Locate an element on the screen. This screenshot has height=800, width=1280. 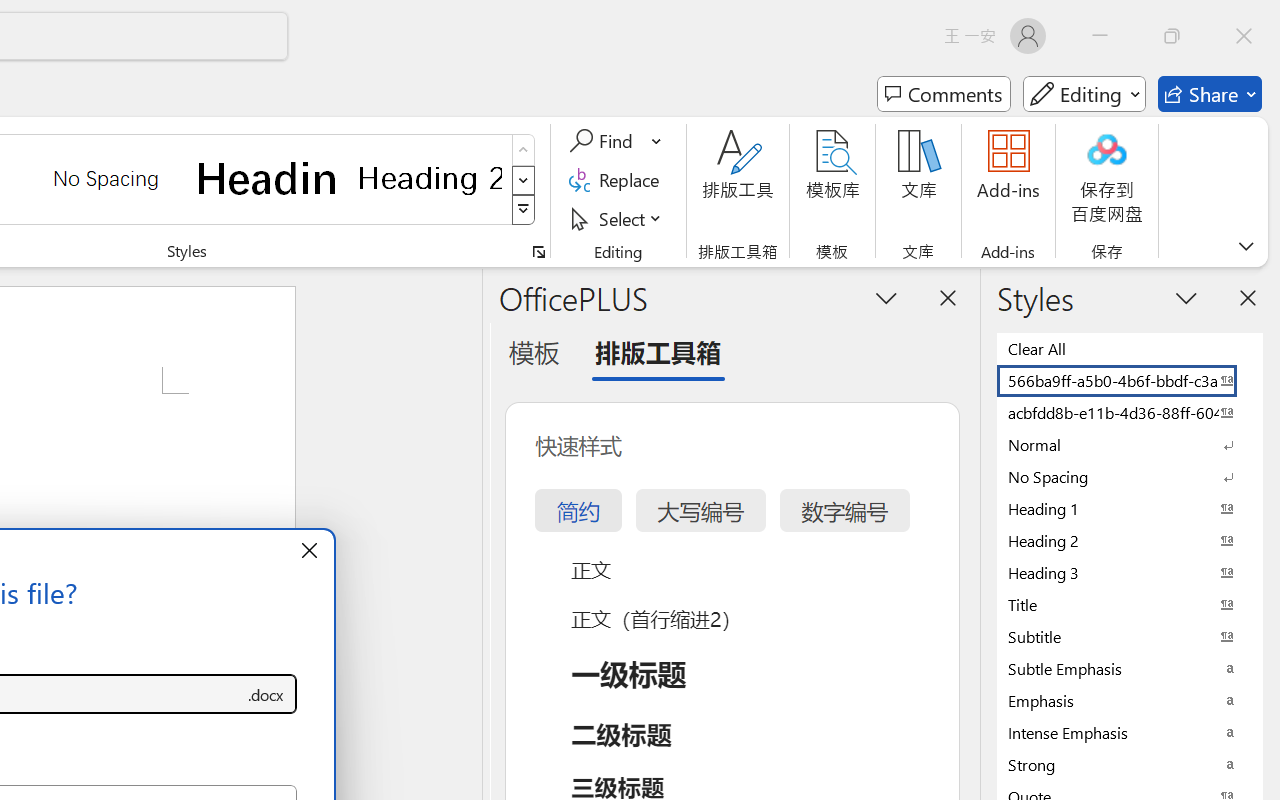
'Close' is located at coordinates (1243, 35).